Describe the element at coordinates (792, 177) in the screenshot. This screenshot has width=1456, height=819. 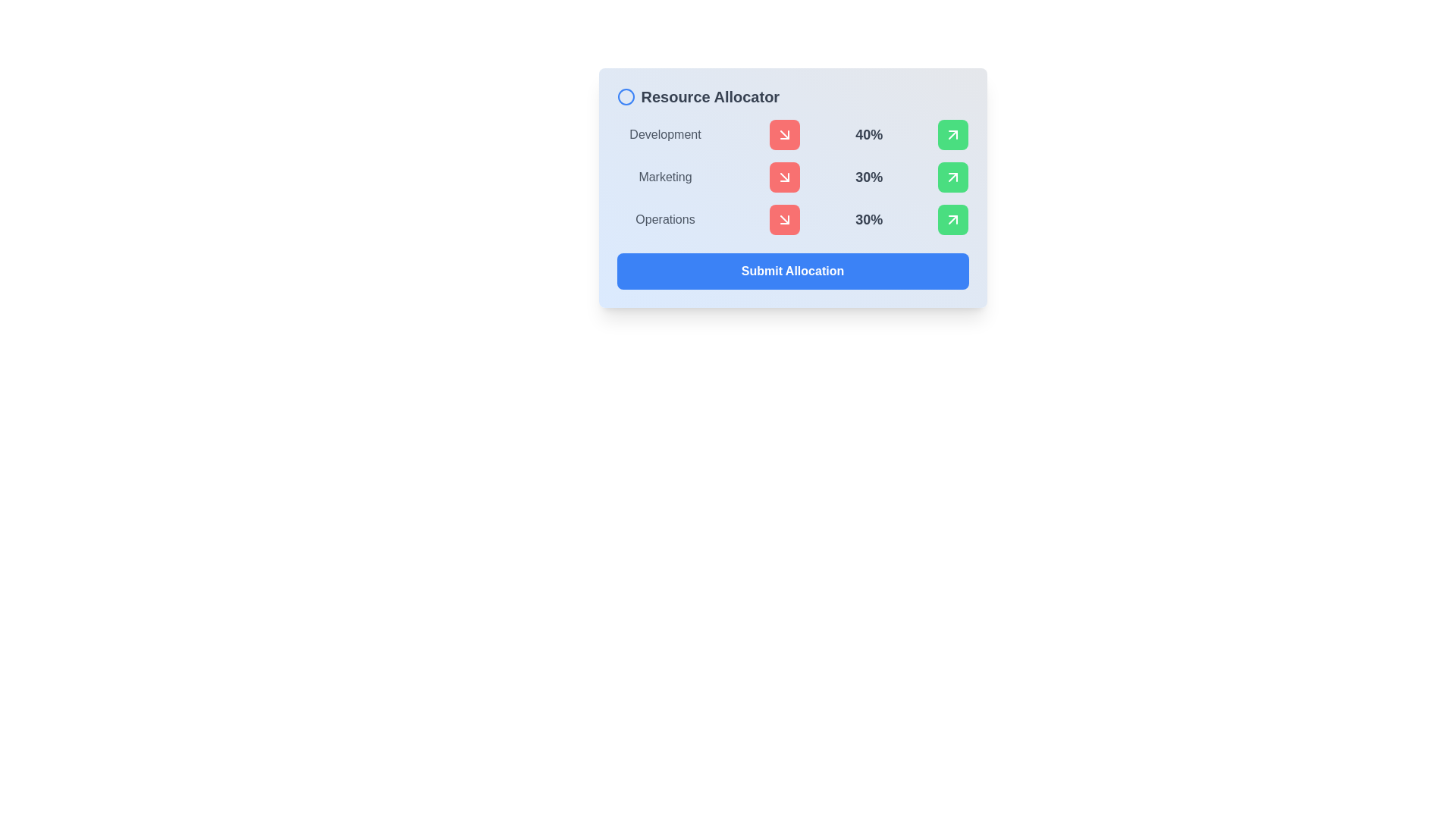
I see `the red button with a downward arrow icon located under the 'Marketing' label to decrease the percentage` at that location.